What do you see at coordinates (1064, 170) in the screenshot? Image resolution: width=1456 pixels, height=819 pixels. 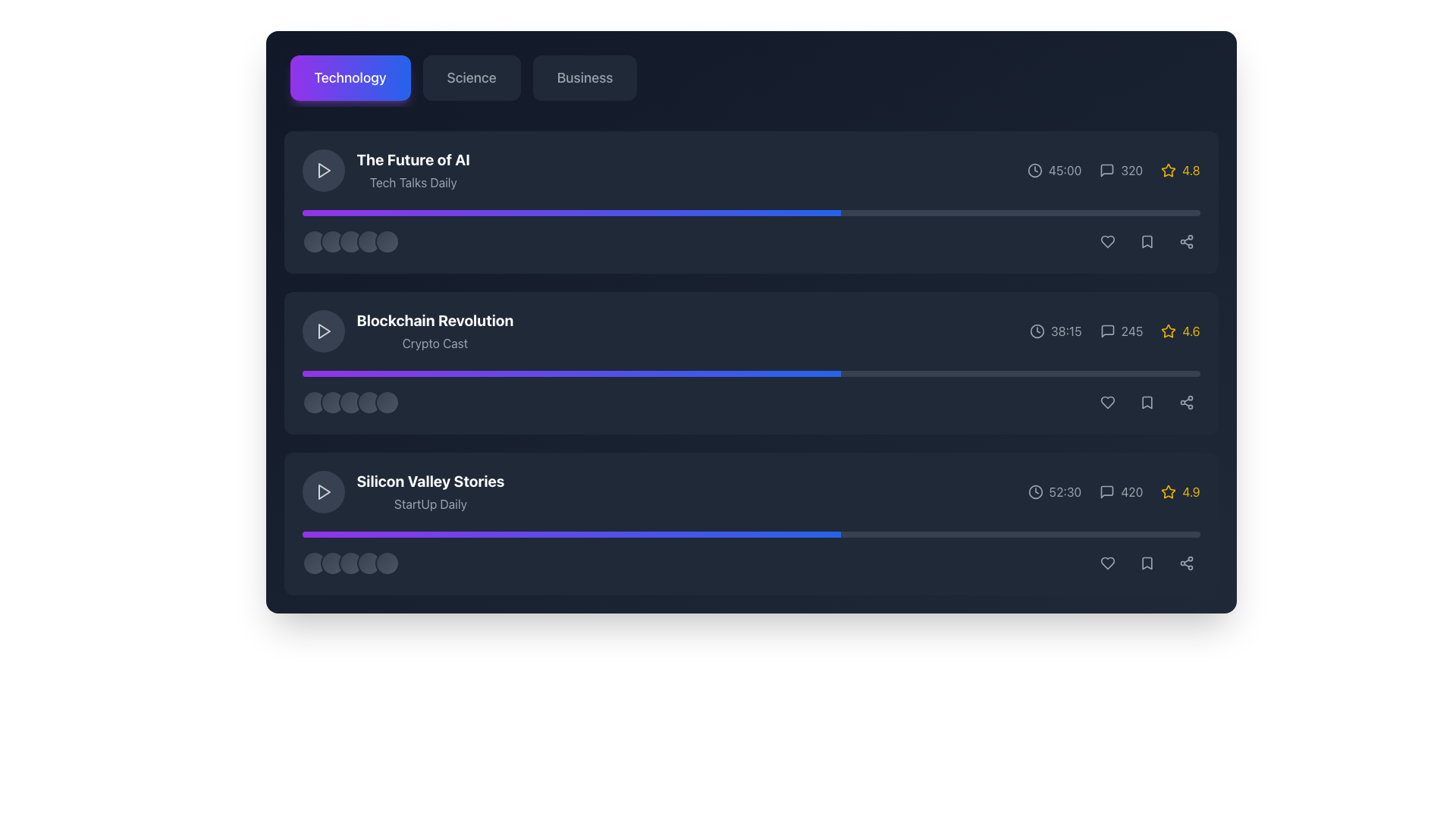 I see `the text label displaying '45:00', which indicates the duration of the media item and is positioned to the right of a clock icon and to the left of the number '320'` at bounding box center [1064, 170].